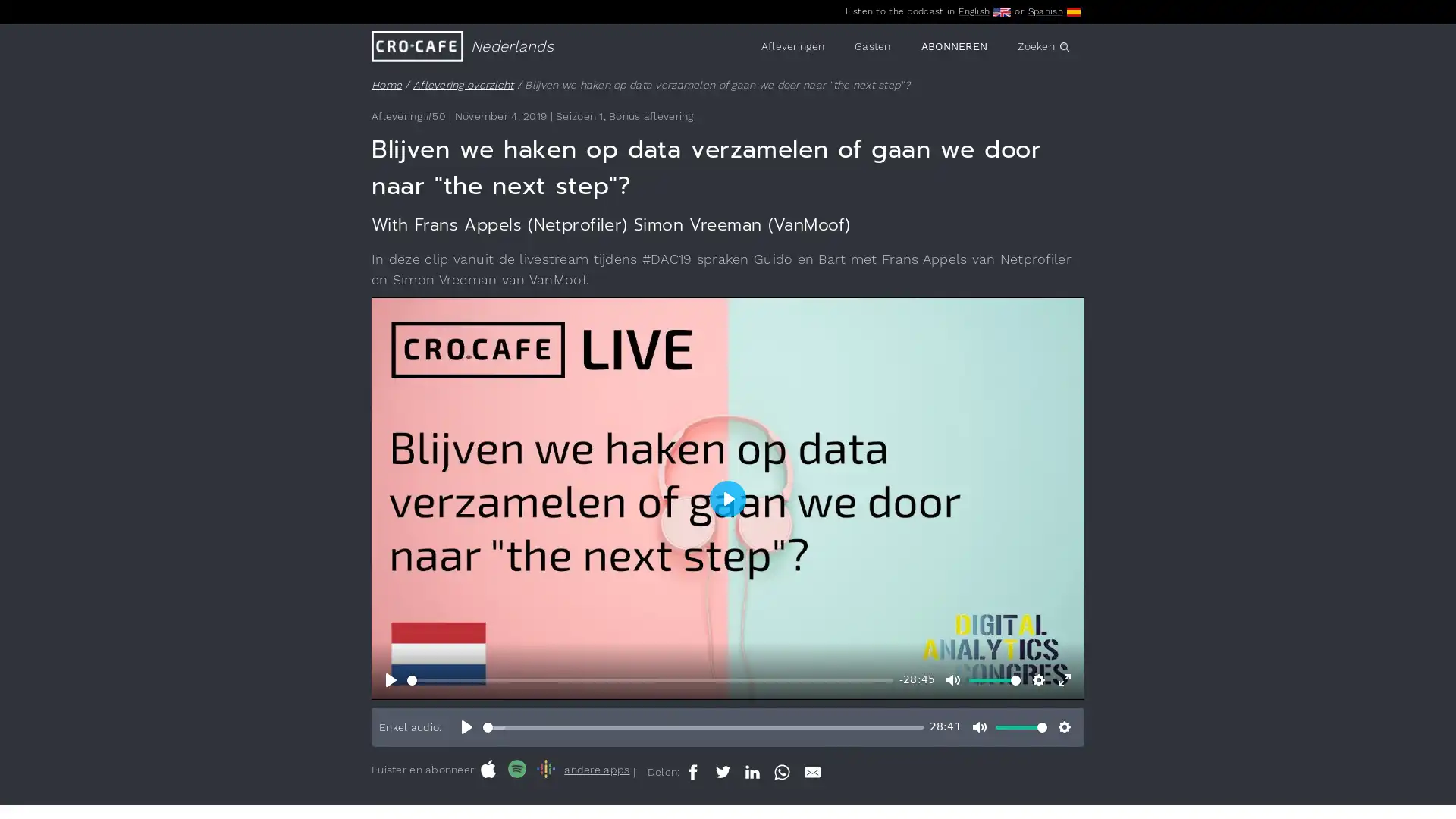 The height and width of the screenshot is (819, 1456). I want to click on Play, Blijven we haken op data verzamelen of gaan we door naar "the next step"?, so click(391, 679).